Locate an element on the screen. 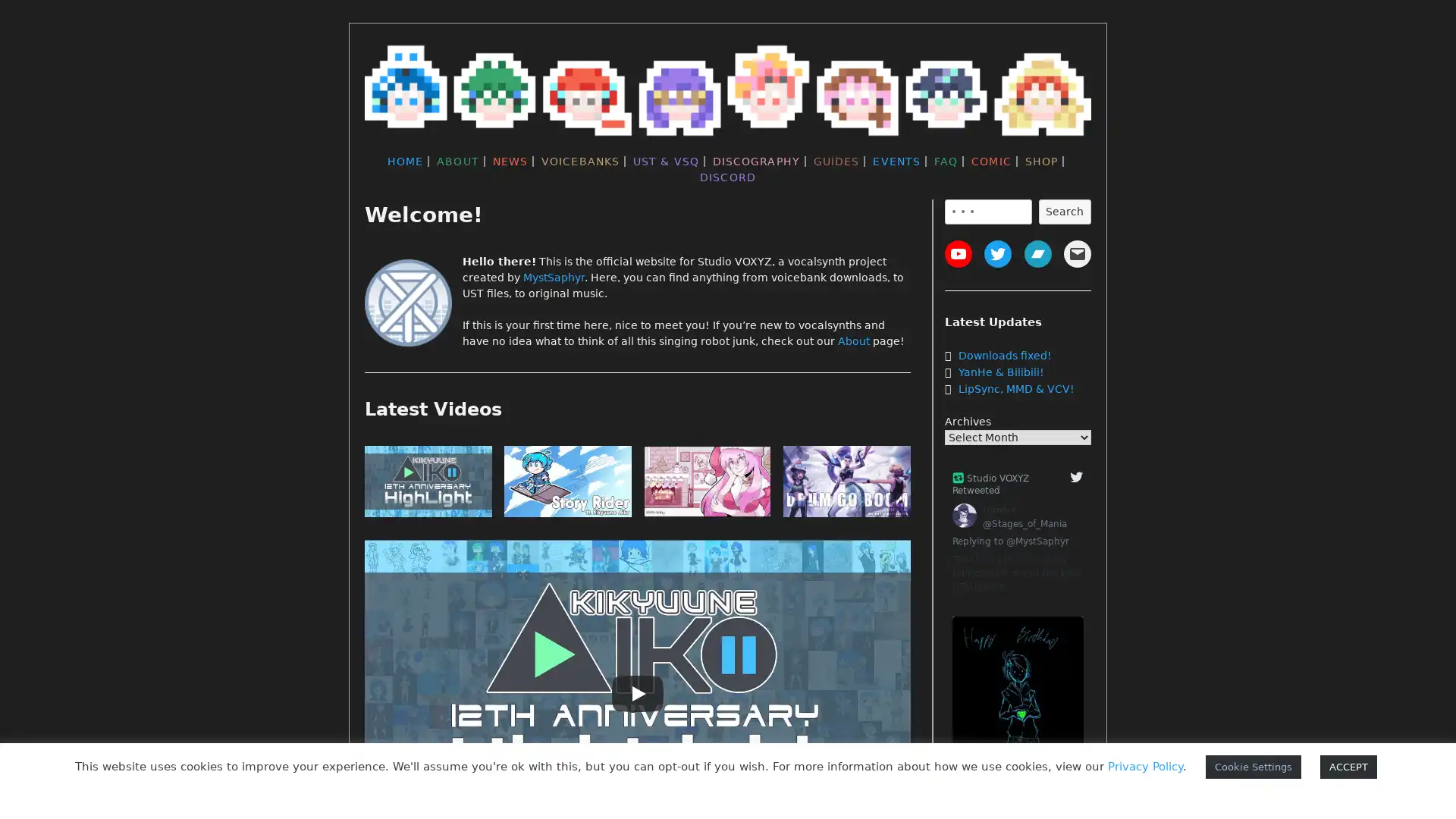 The width and height of the screenshot is (1456, 819). Play is located at coordinates (637, 693).